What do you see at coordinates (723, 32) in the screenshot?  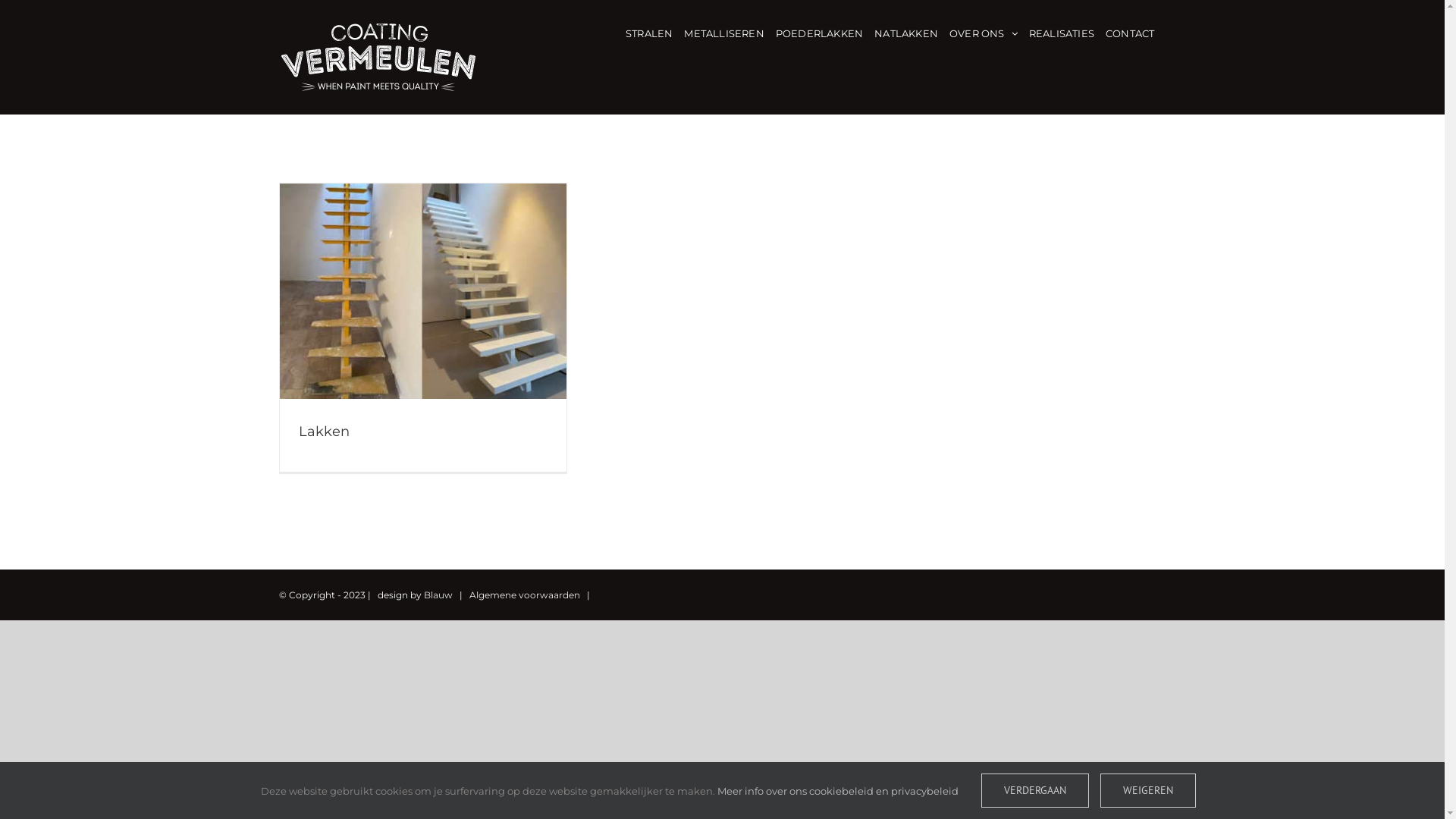 I see `'METALLISEREN'` at bounding box center [723, 32].